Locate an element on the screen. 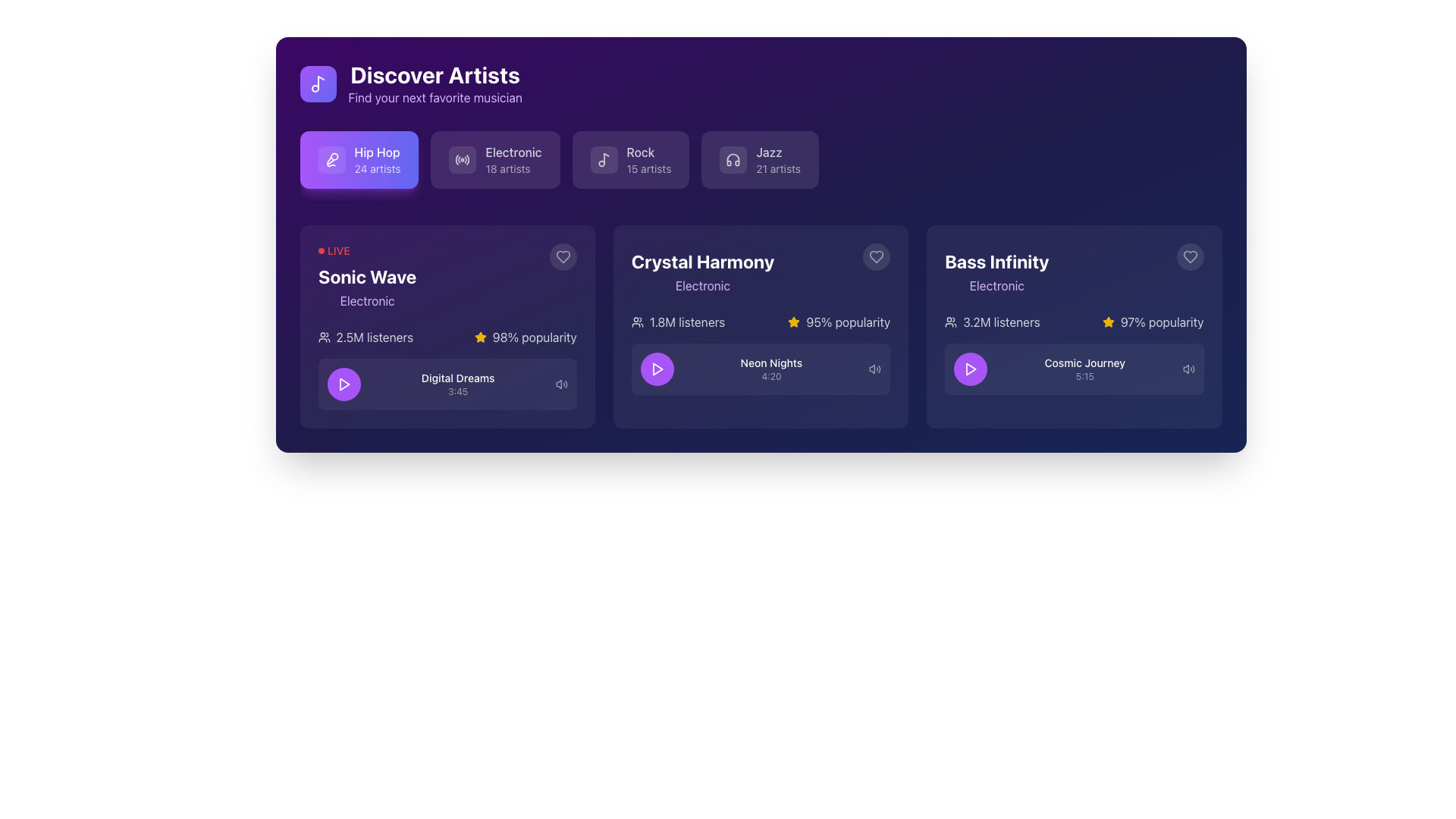 Image resolution: width=1456 pixels, height=819 pixels. the text label displaying 'Digital Dreams' which is positioned within the 'Sonic Wave' card in the 'Discover Artists' section, located just below the main title and above the smaller text '3:45' is located at coordinates (457, 377).